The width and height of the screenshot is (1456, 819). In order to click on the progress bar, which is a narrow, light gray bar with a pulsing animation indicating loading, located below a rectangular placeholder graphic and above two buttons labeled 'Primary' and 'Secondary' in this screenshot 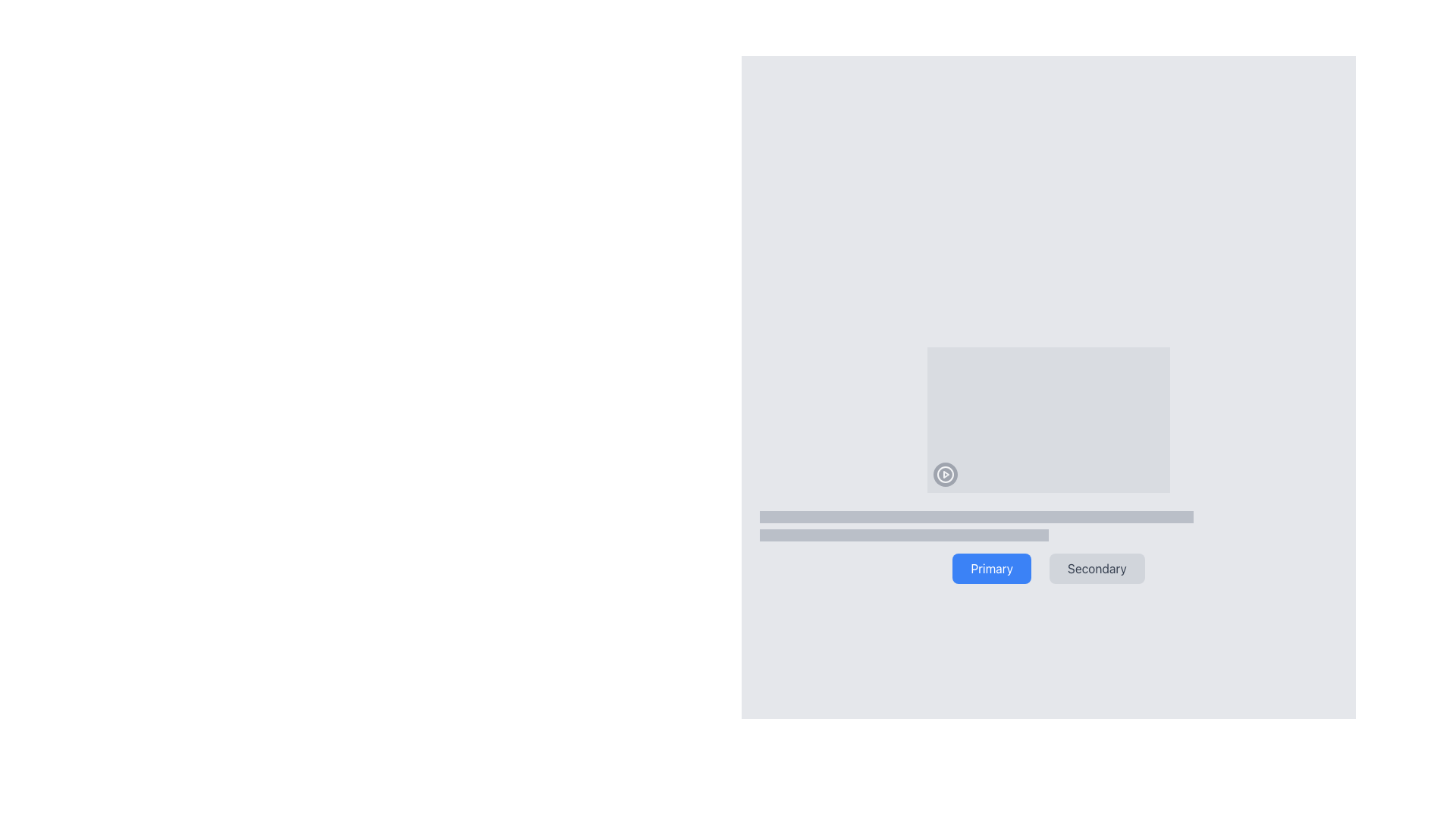, I will do `click(976, 516)`.